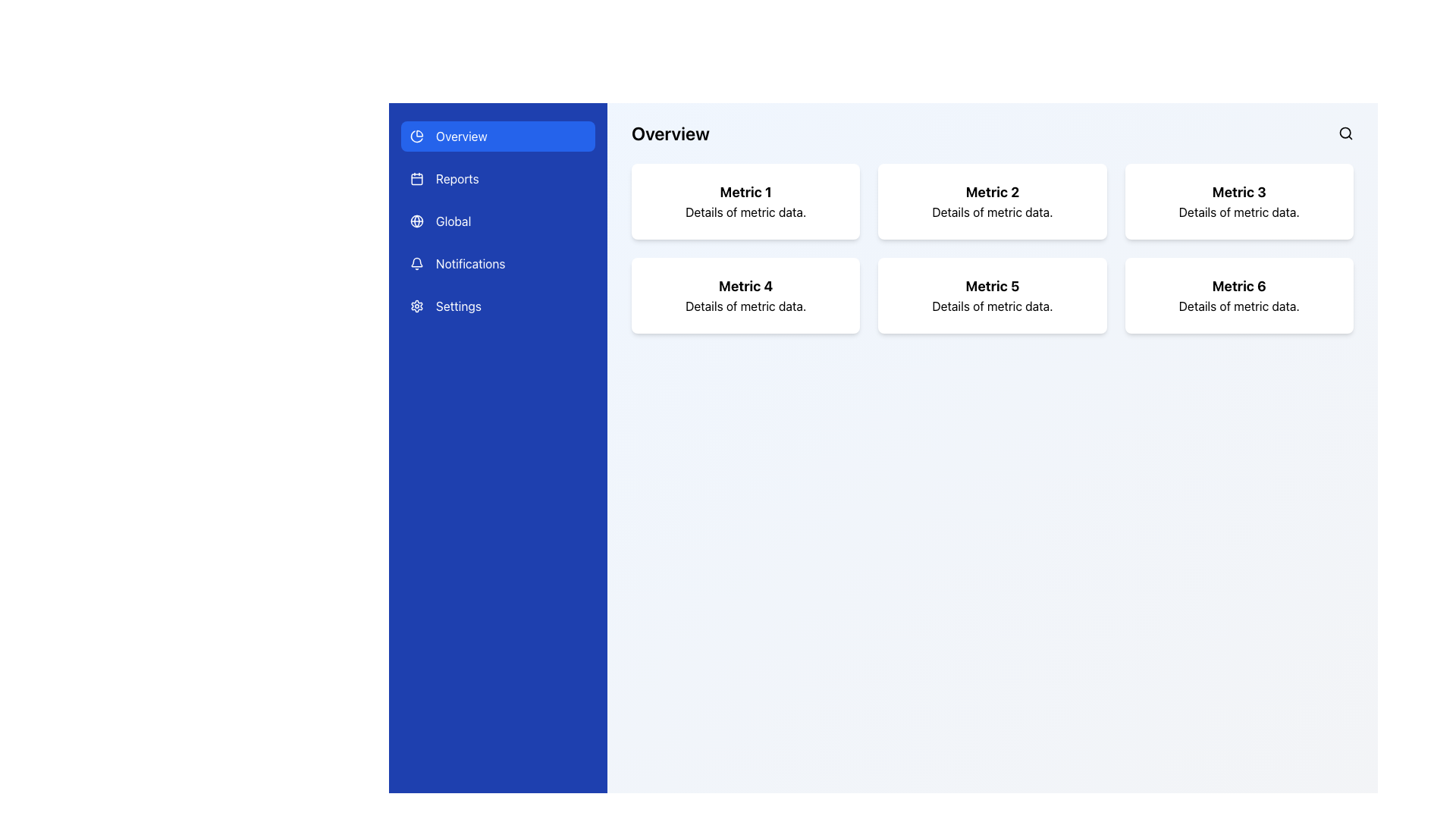 The width and height of the screenshot is (1456, 819). Describe the element at coordinates (745, 192) in the screenshot. I see `text label that serves as the header for the first top-left metric card in the grid layout` at that location.